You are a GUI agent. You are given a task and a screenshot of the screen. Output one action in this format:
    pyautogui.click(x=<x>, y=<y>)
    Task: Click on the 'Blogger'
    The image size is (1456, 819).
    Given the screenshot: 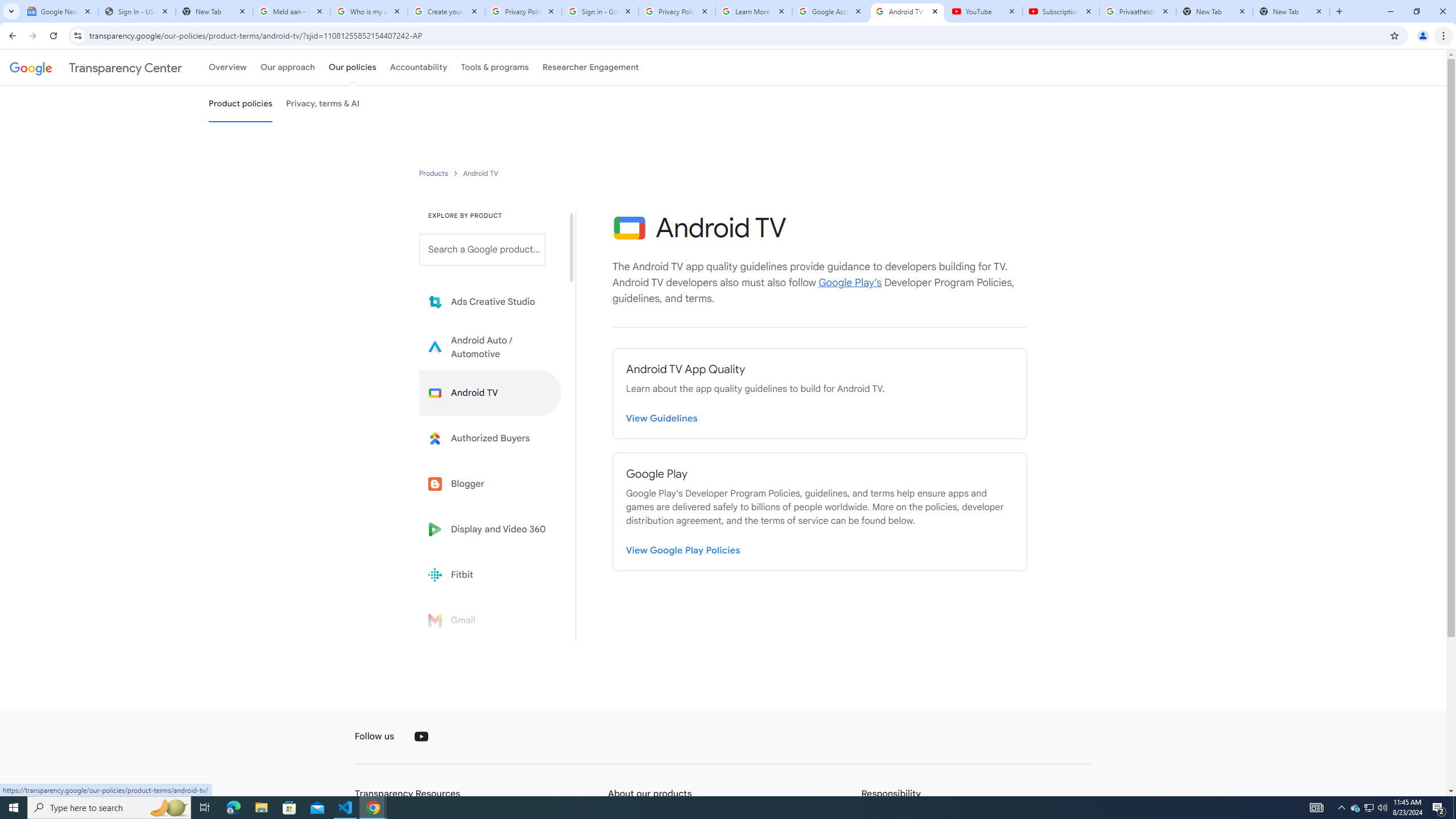 What is the action you would take?
    pyautogui.click(x=490, y=483)
    